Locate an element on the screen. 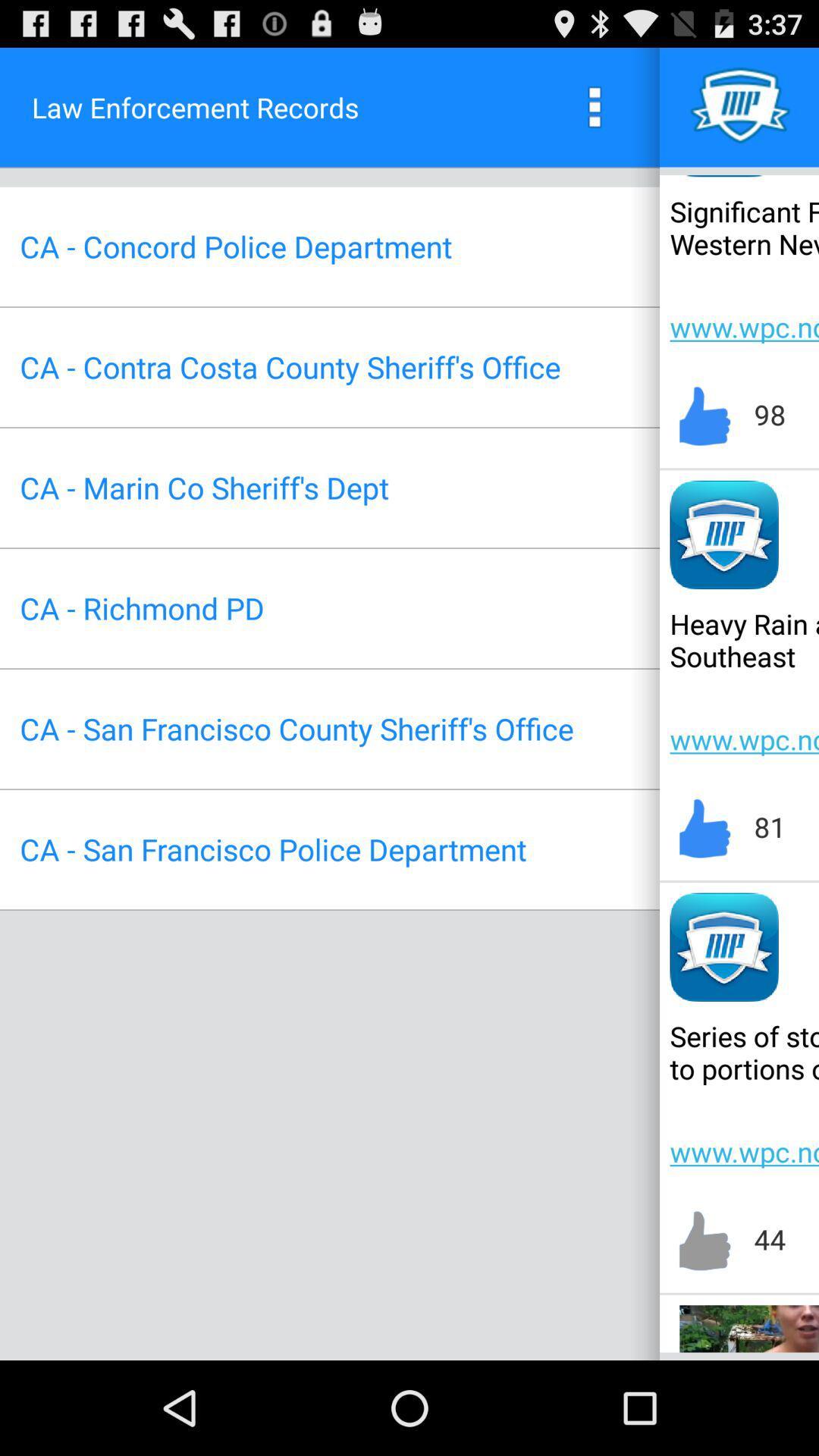 The width and height of the screenshot is (819, 1456). app below ca concord police icon is located at coordinates (290, 367).